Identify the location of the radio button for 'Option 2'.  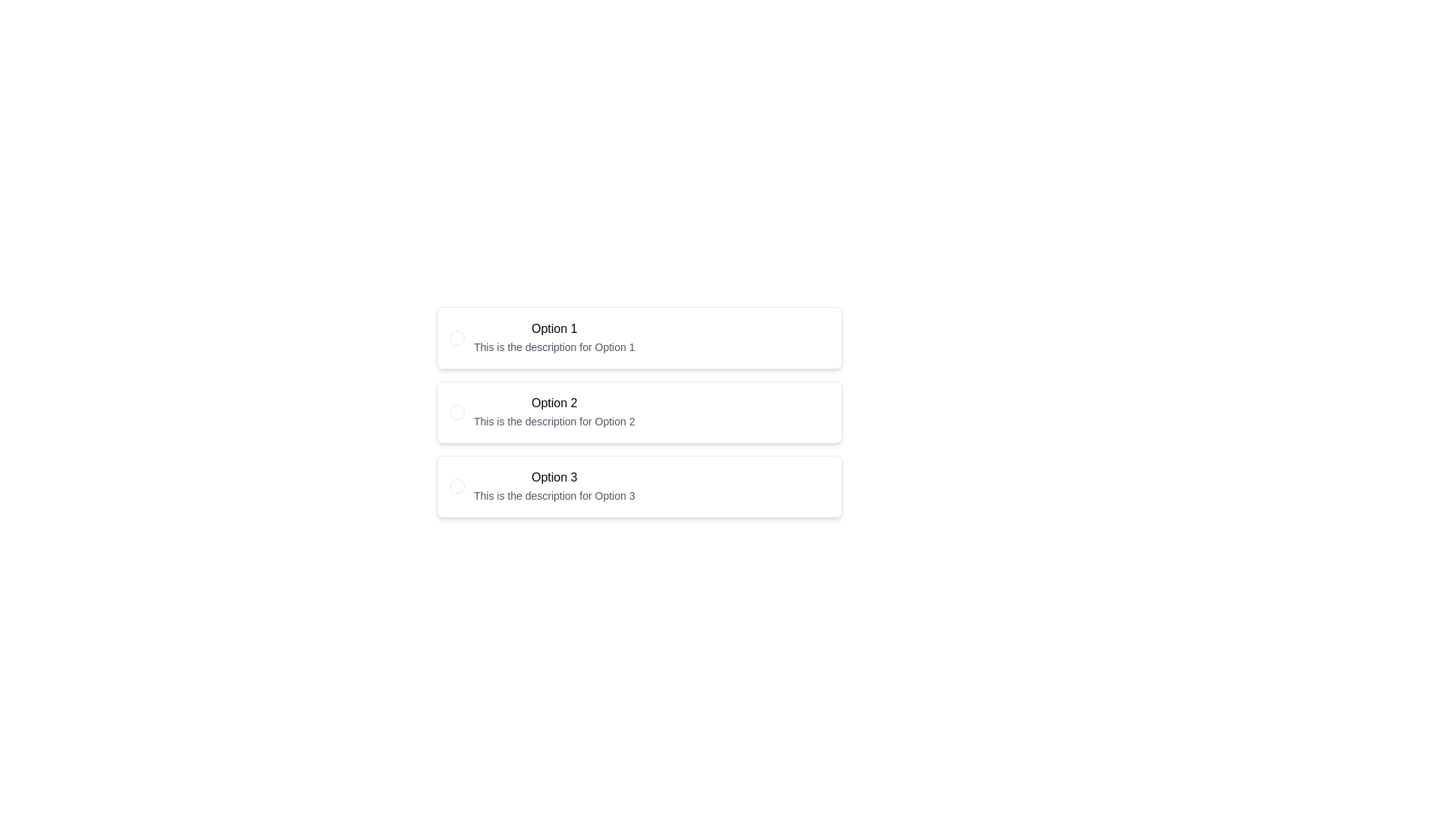
(457, 412).